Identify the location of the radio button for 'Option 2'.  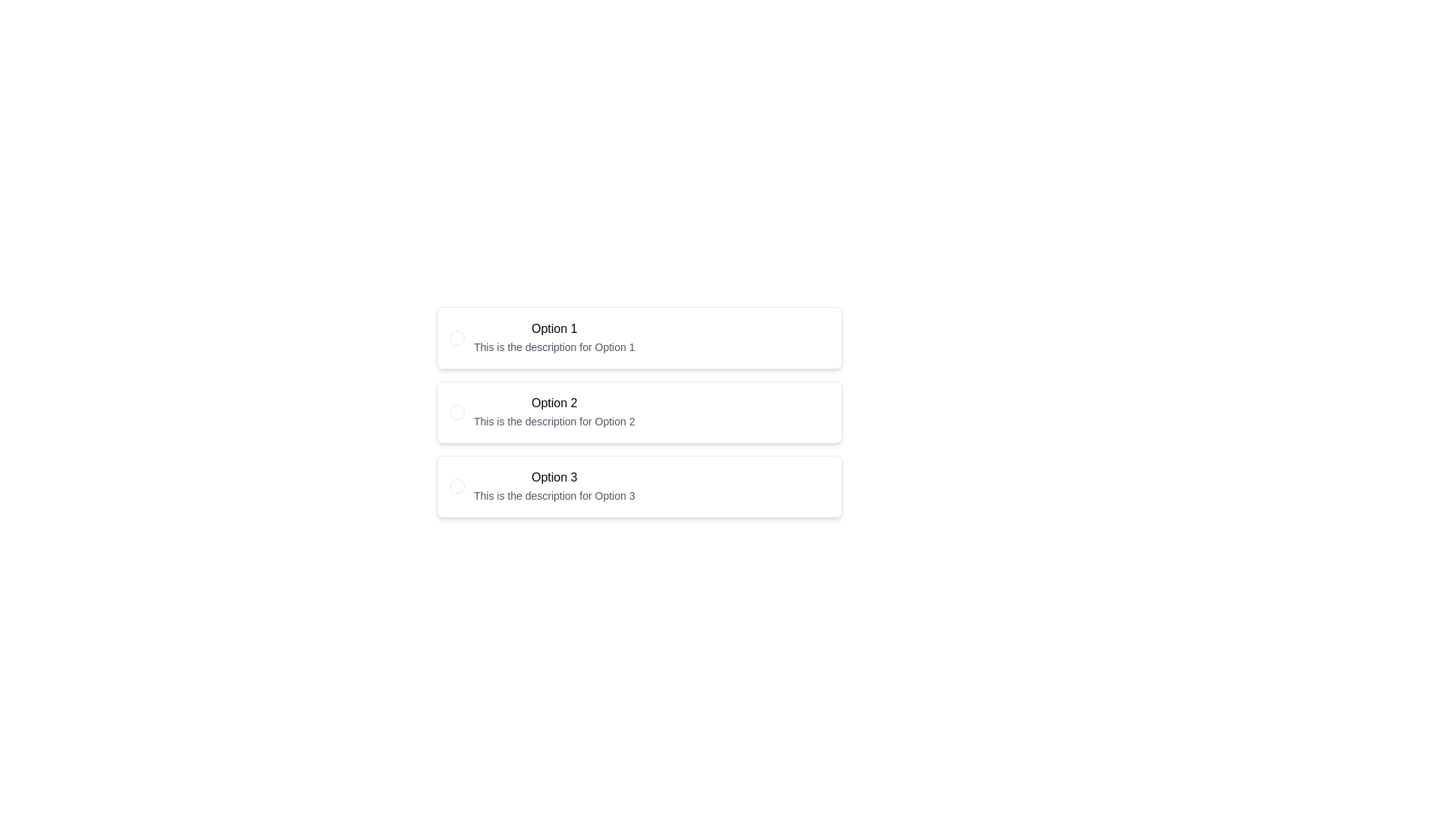
(457, 412).